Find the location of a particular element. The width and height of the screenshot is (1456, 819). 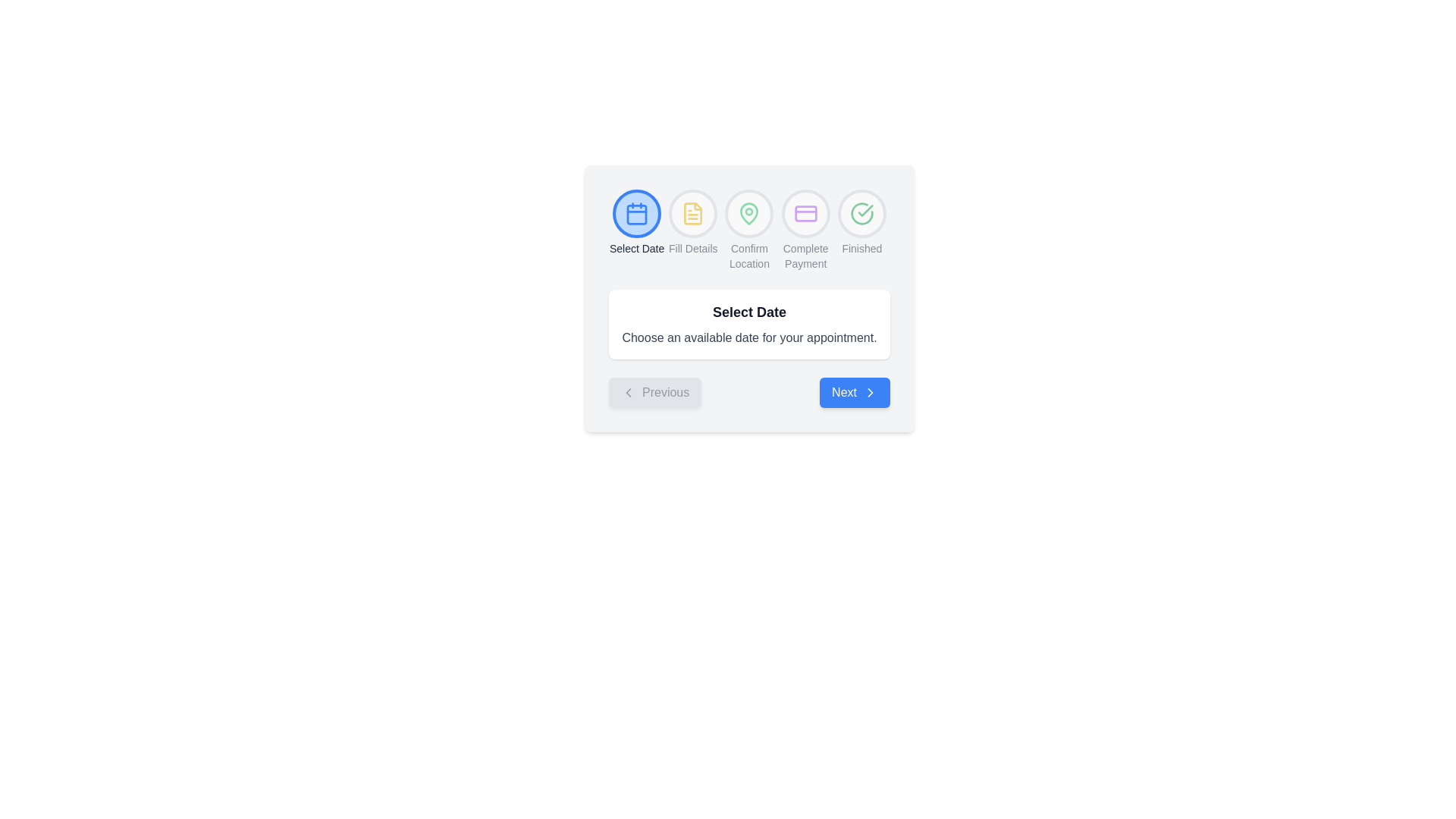

the third icon from the left in the top navigation bar, which serves as a step indicator for confirming the location in a sequential navigation interface is located at coordinates (749, 213).